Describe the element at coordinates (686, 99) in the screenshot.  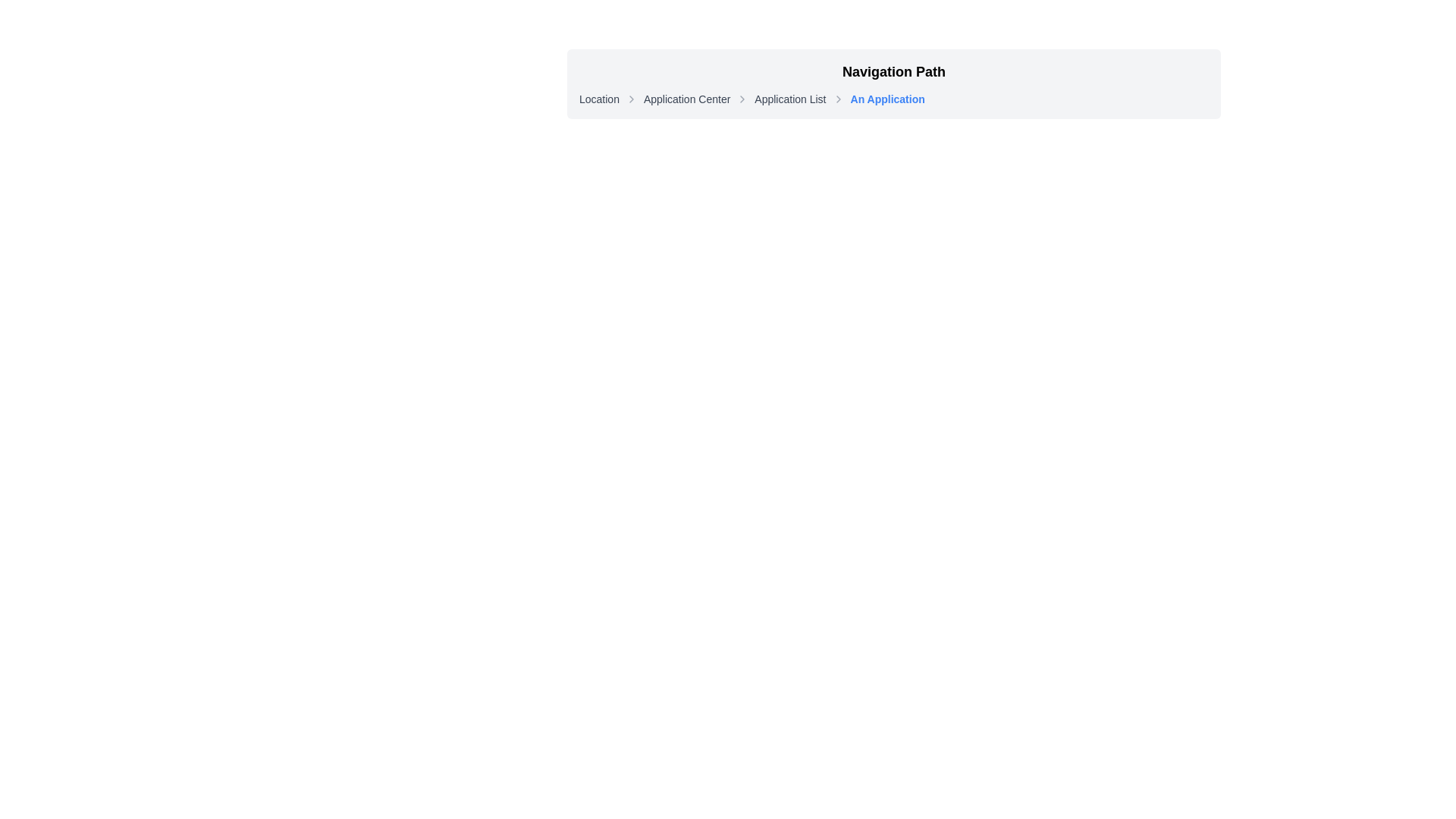
I see `the 'Application Center' hyperlink in the breadcrumb navigation bar` at that location.